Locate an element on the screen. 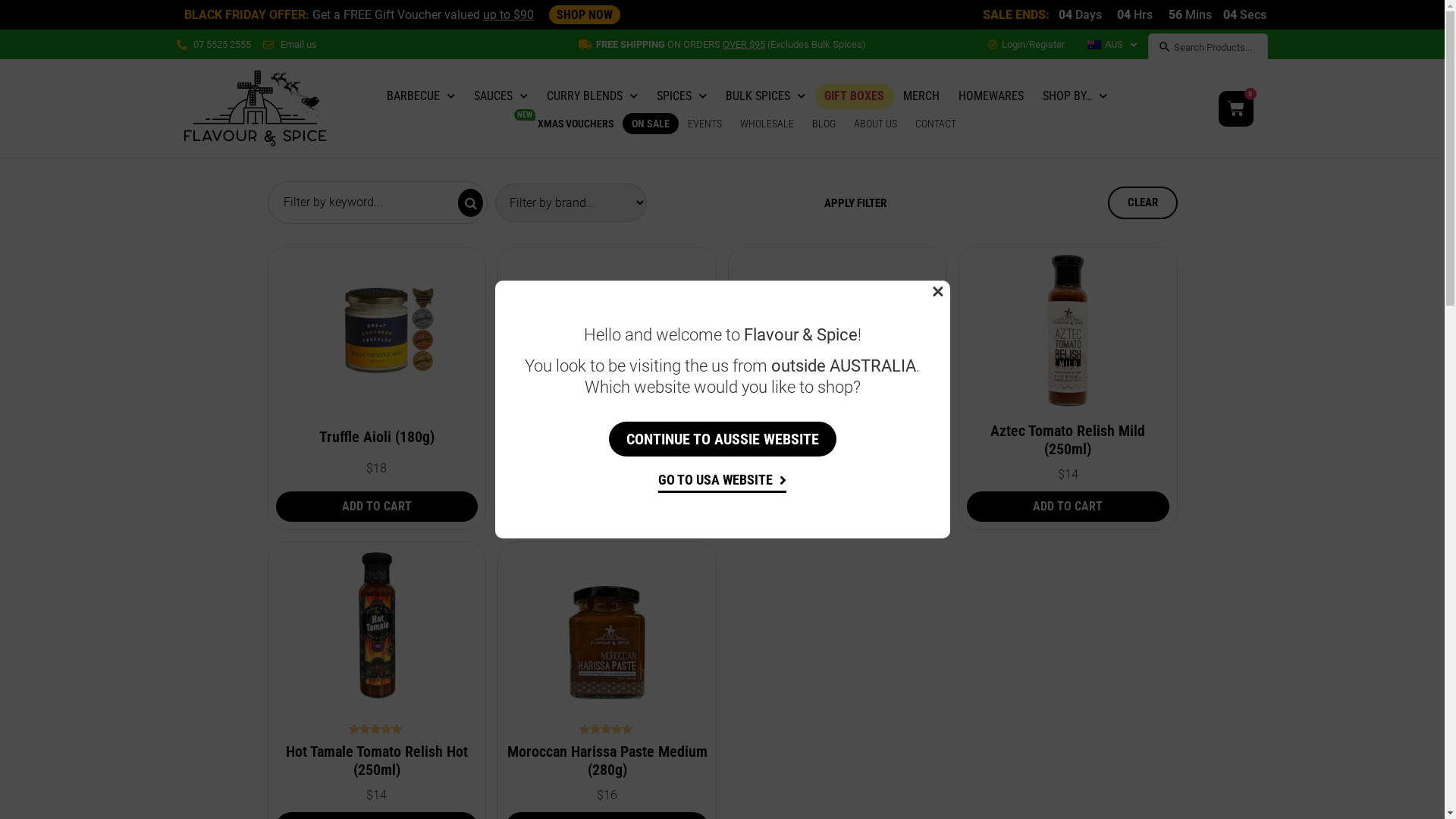  'WHOLESALE' is located at coordinates (767, 122).